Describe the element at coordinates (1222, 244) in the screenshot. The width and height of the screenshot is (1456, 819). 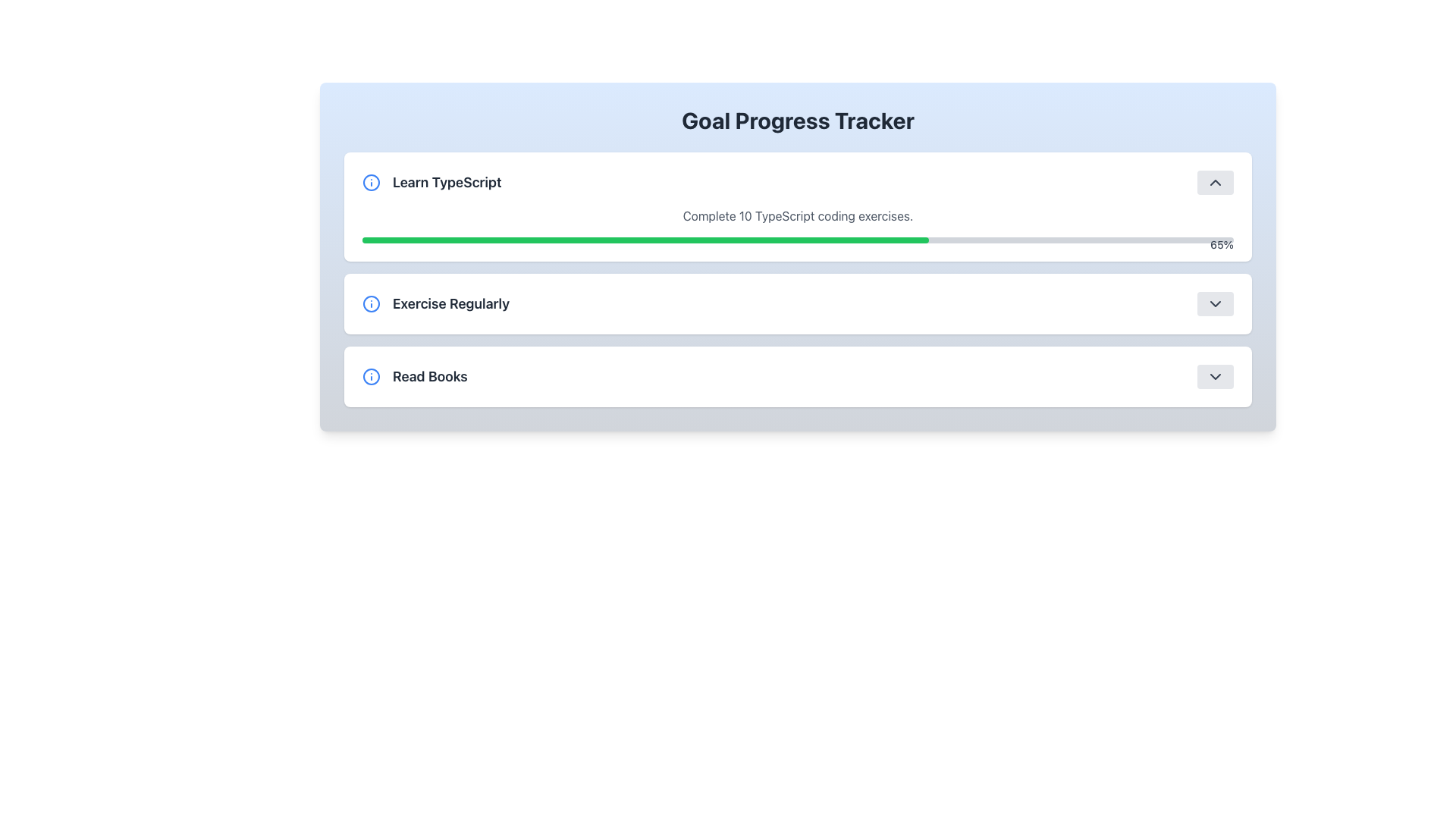
I see `the text label that indicates the numerical representation of the progress completed, located at the rightmost end of the progress bar` at that location.